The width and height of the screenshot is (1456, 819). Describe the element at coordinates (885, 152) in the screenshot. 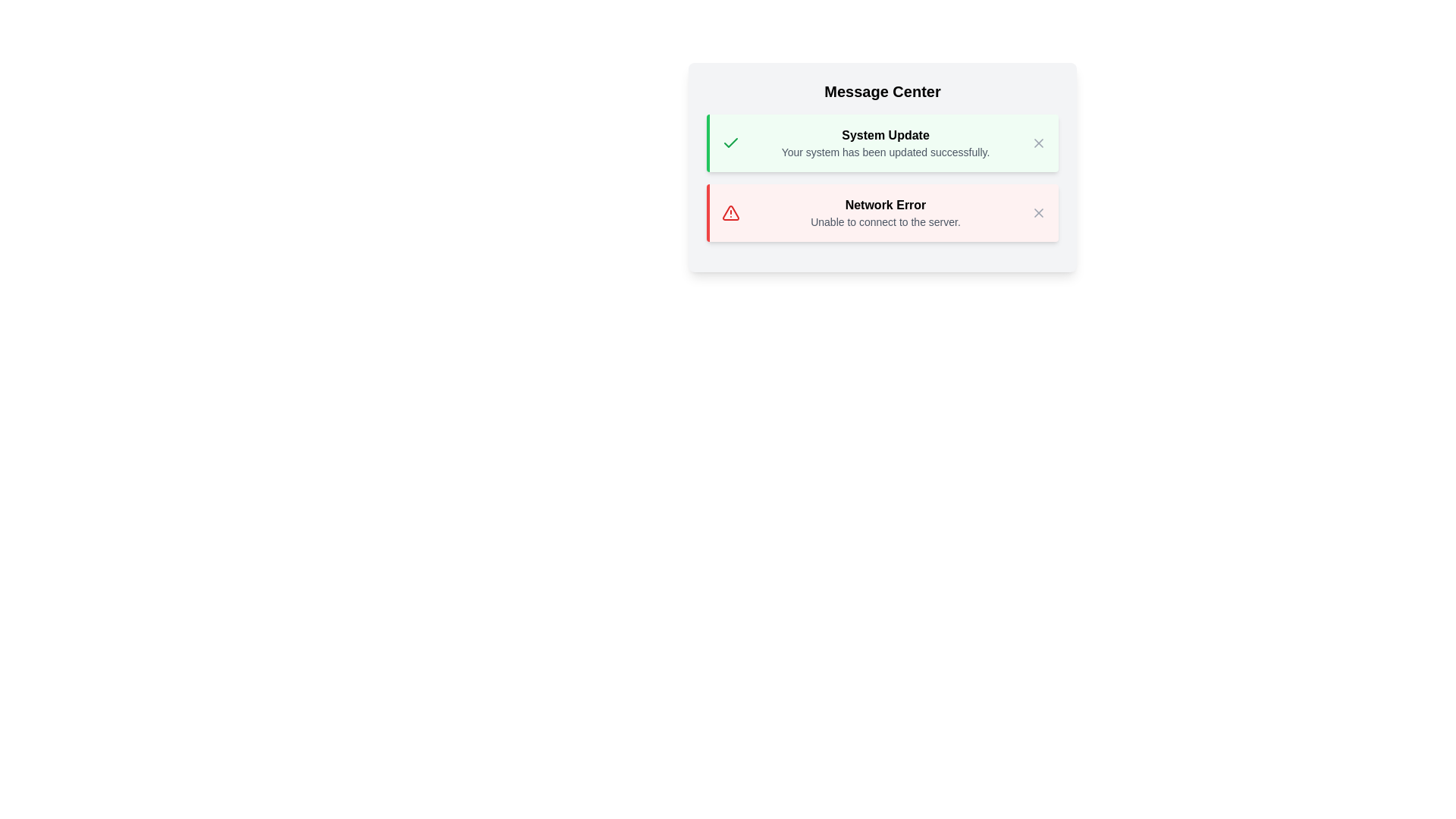

I see `the gray text label that reads 'Your system has been updated successfully.' located directly below the bold header 'System Update' in the notification card` at that location.